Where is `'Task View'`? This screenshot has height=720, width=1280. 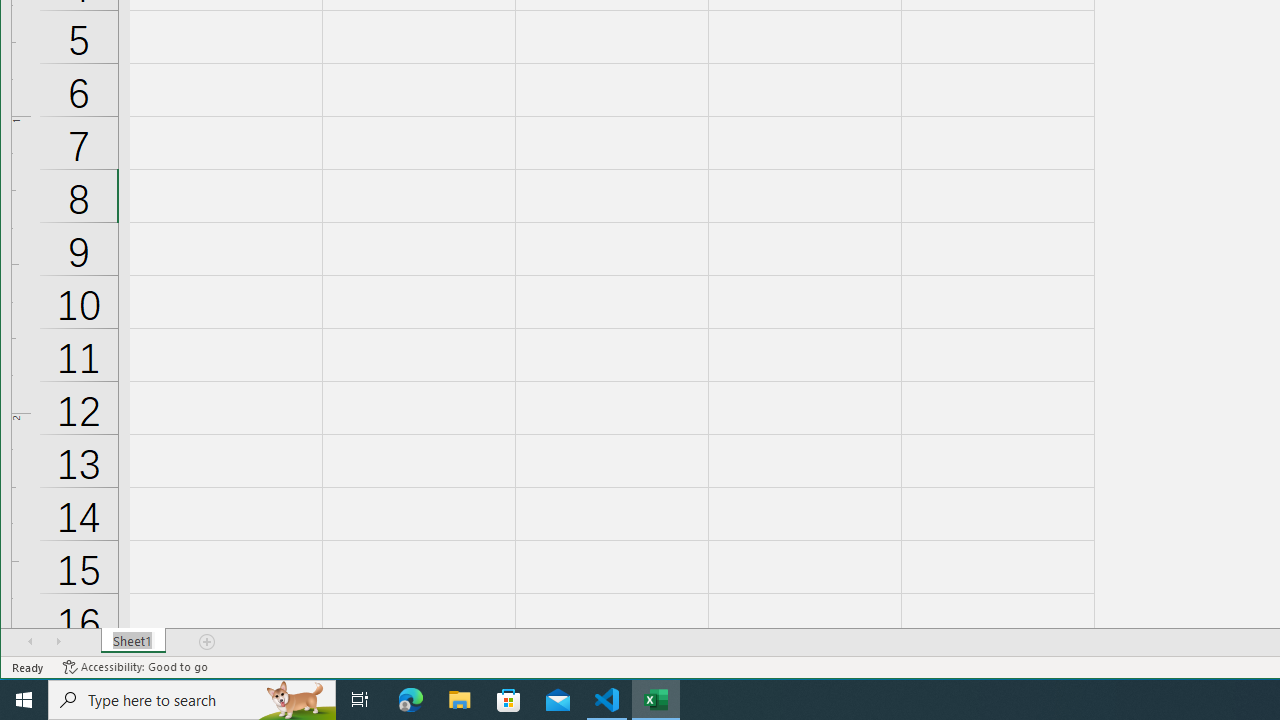
'Task View' is located at coordinates (359, 698).